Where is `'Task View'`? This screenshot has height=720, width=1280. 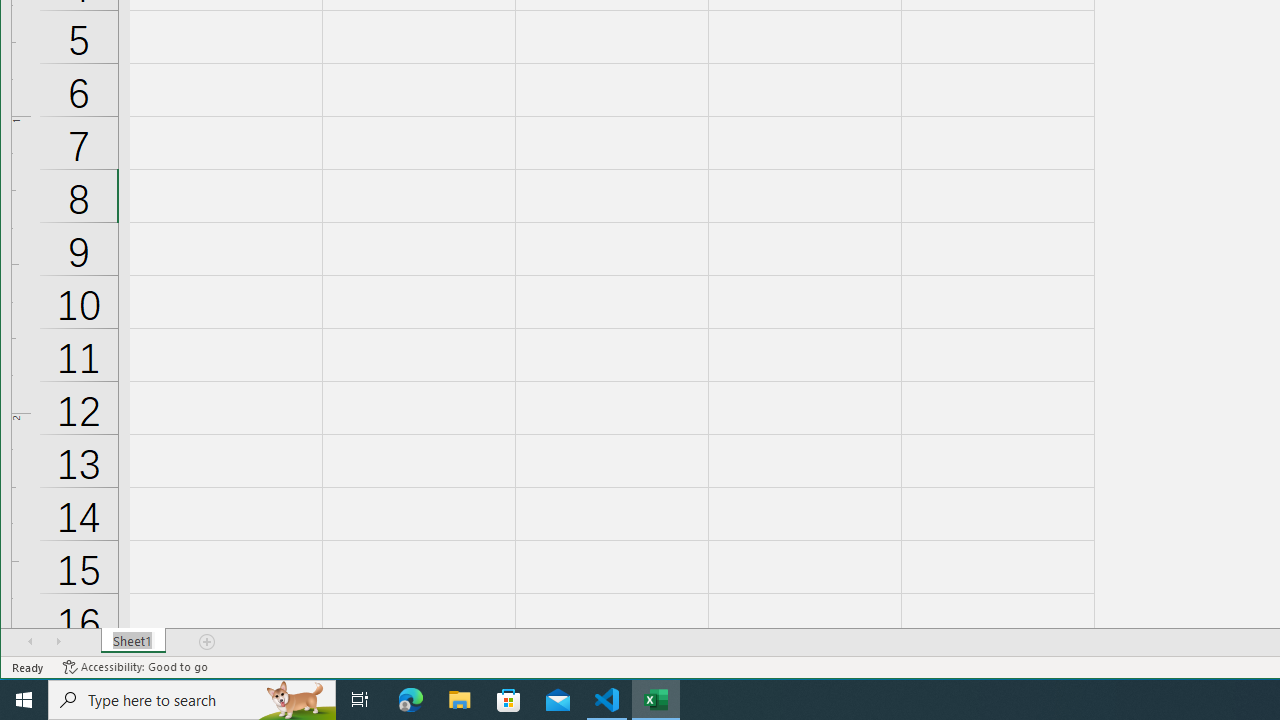
'Task View' is located at coordinates (359, 698).